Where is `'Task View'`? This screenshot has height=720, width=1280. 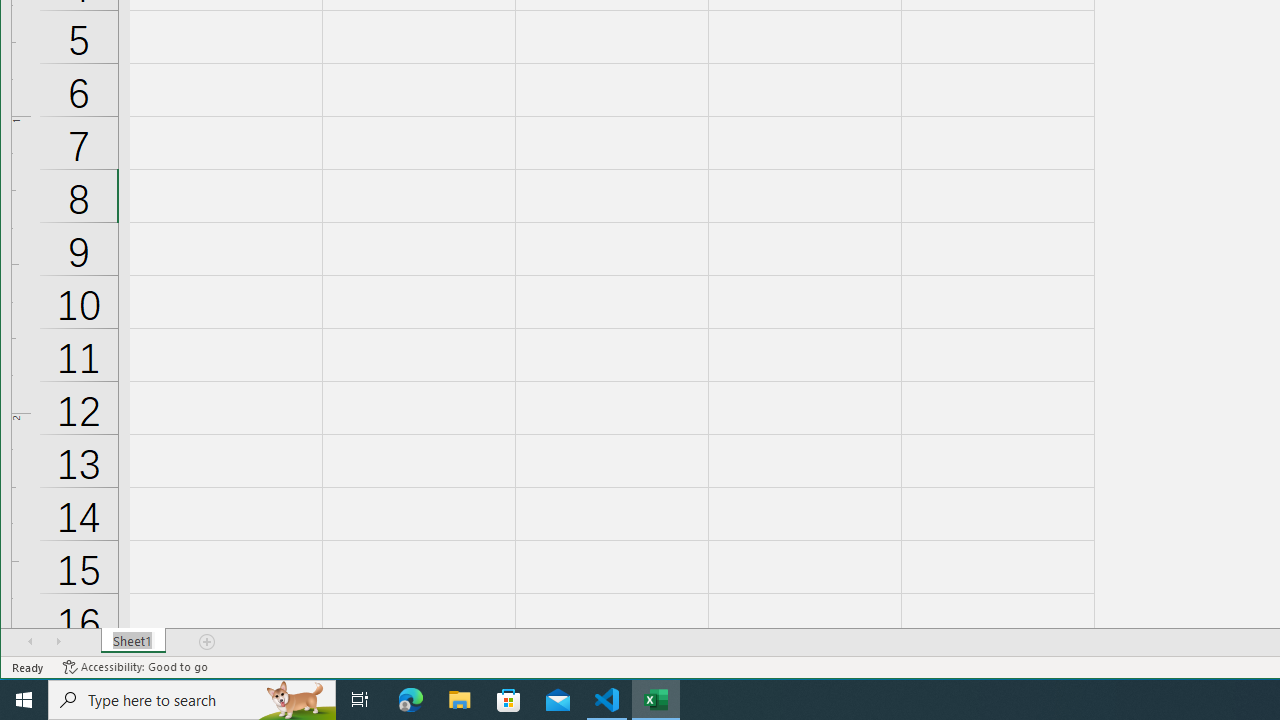
'Task View' is located at coordinates (359, 698).